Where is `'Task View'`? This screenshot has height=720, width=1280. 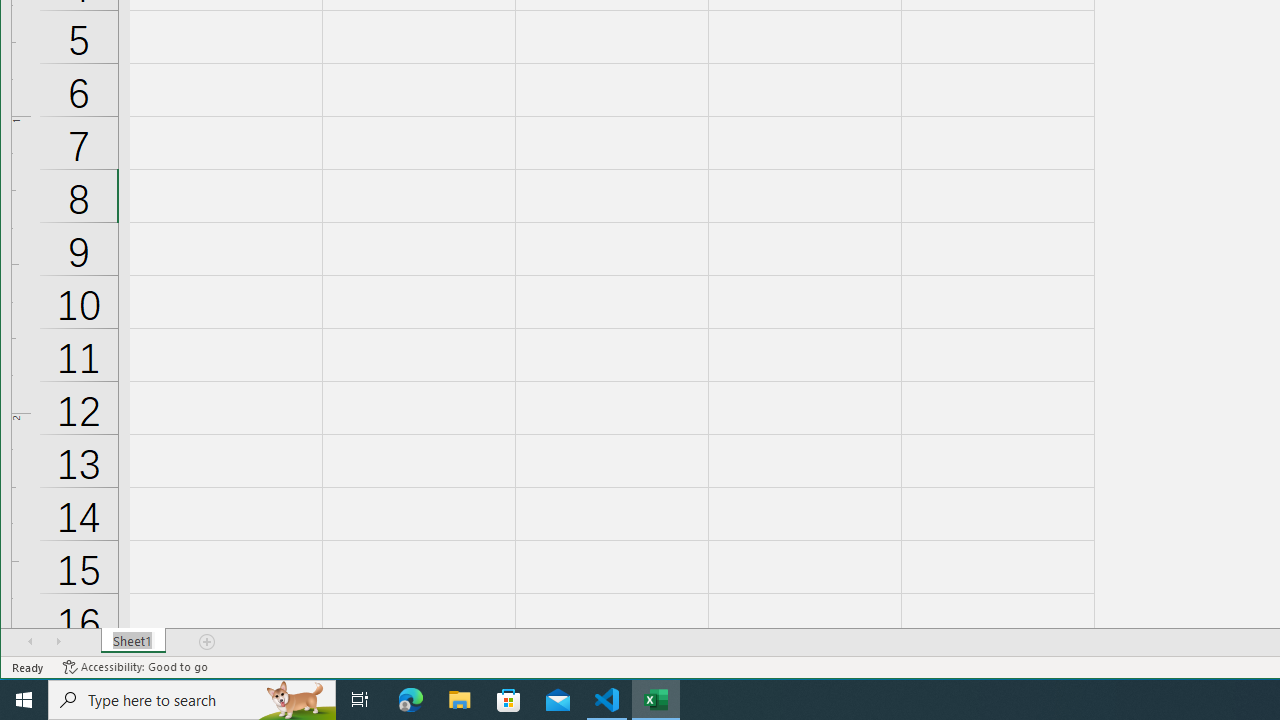
'Task View' is located at coordinates (359, 698).